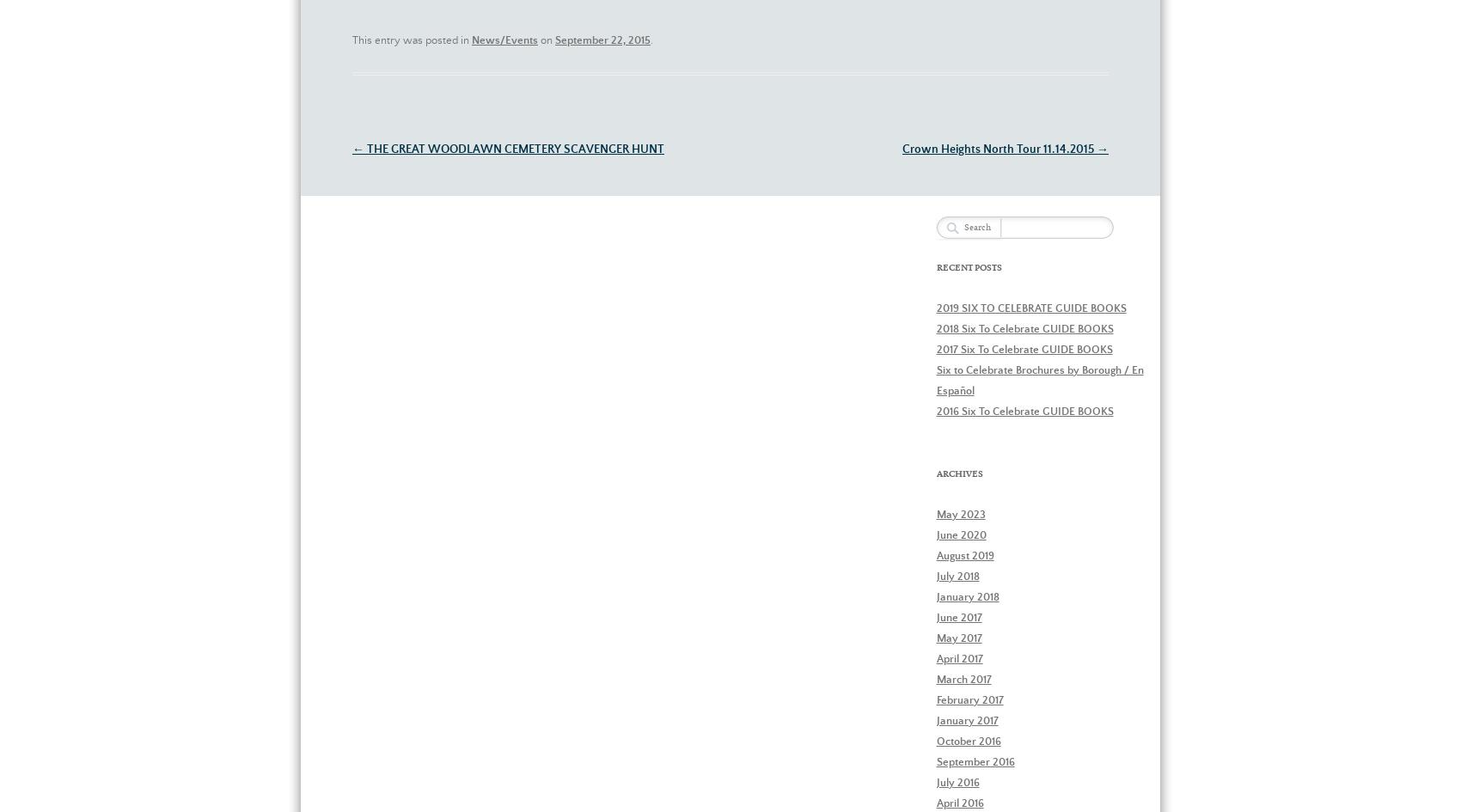  Describe the element at coordinates (959, 473) in the screenshot. I see `'Archives'` at that location.